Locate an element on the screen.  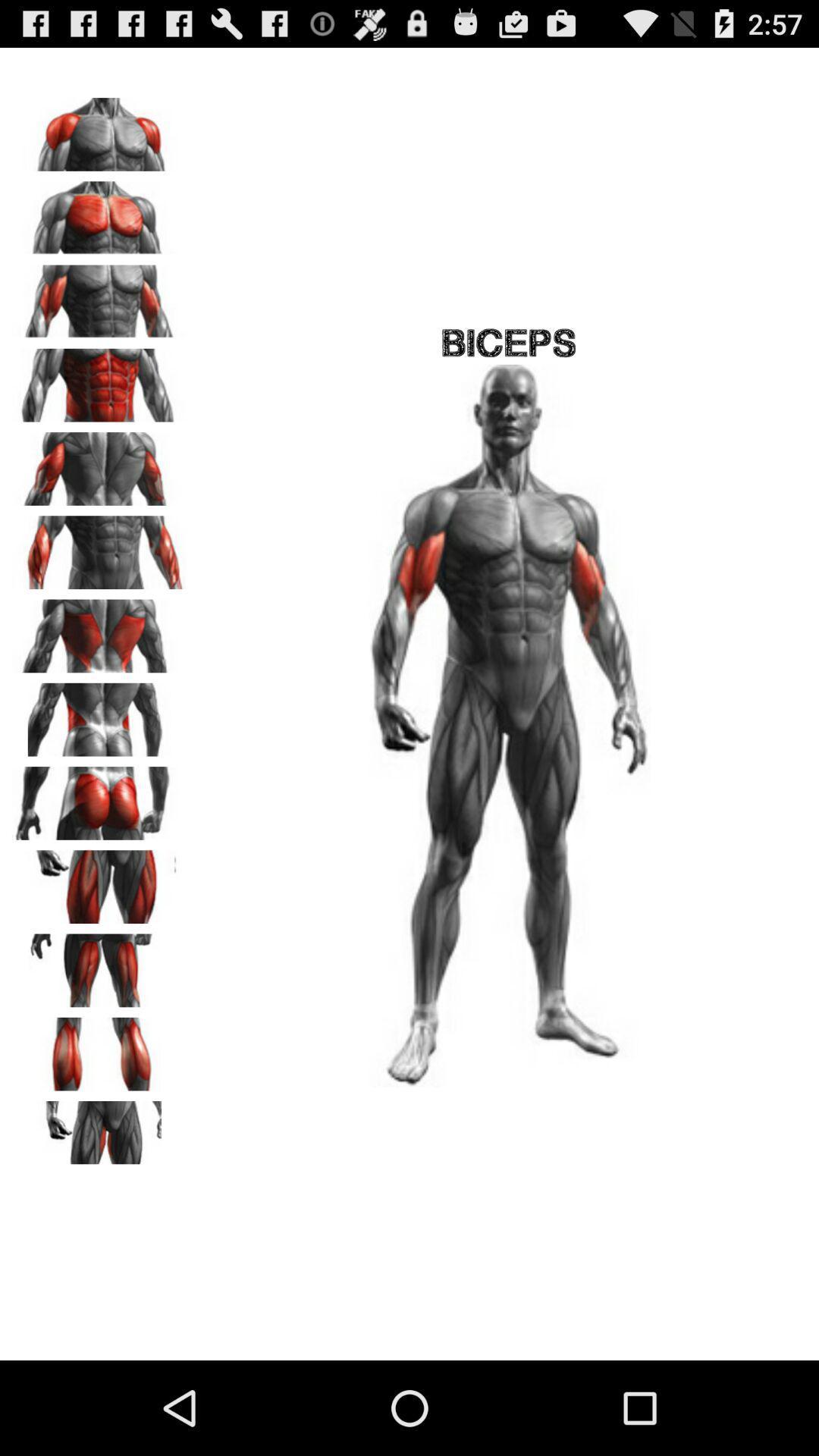
back side of the body is located at coordinates (99, 631).